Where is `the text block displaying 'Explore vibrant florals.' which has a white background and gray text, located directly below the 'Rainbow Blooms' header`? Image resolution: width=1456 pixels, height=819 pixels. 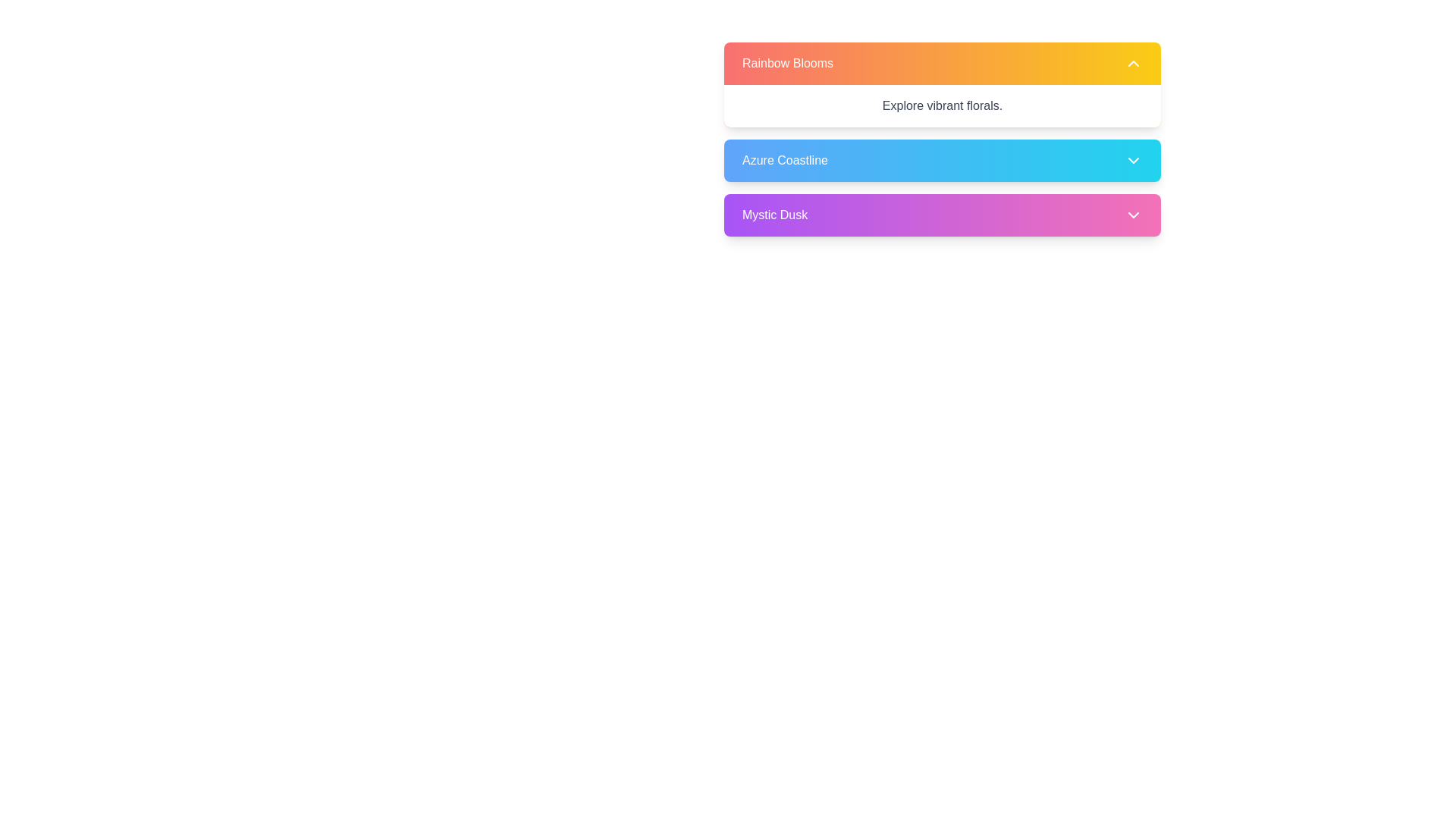
the text block displaying 'Explore vibrant florals.' which has a white background and gray text, located directly below the 'Rainbow Blooms' header is located at coordinates (942, 105).